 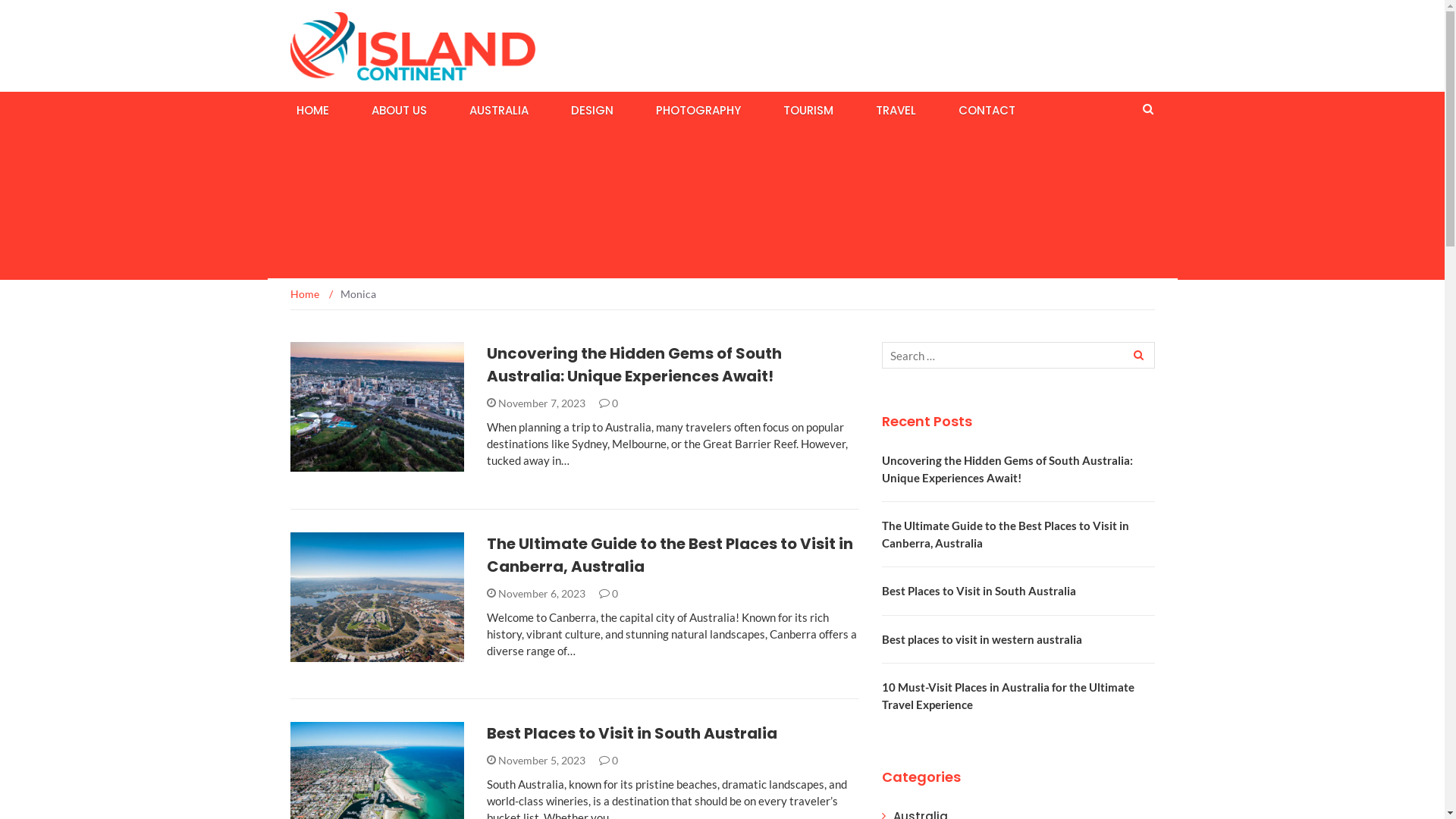 I want to click on 'TRAVEL', so click(x=895, y=108).